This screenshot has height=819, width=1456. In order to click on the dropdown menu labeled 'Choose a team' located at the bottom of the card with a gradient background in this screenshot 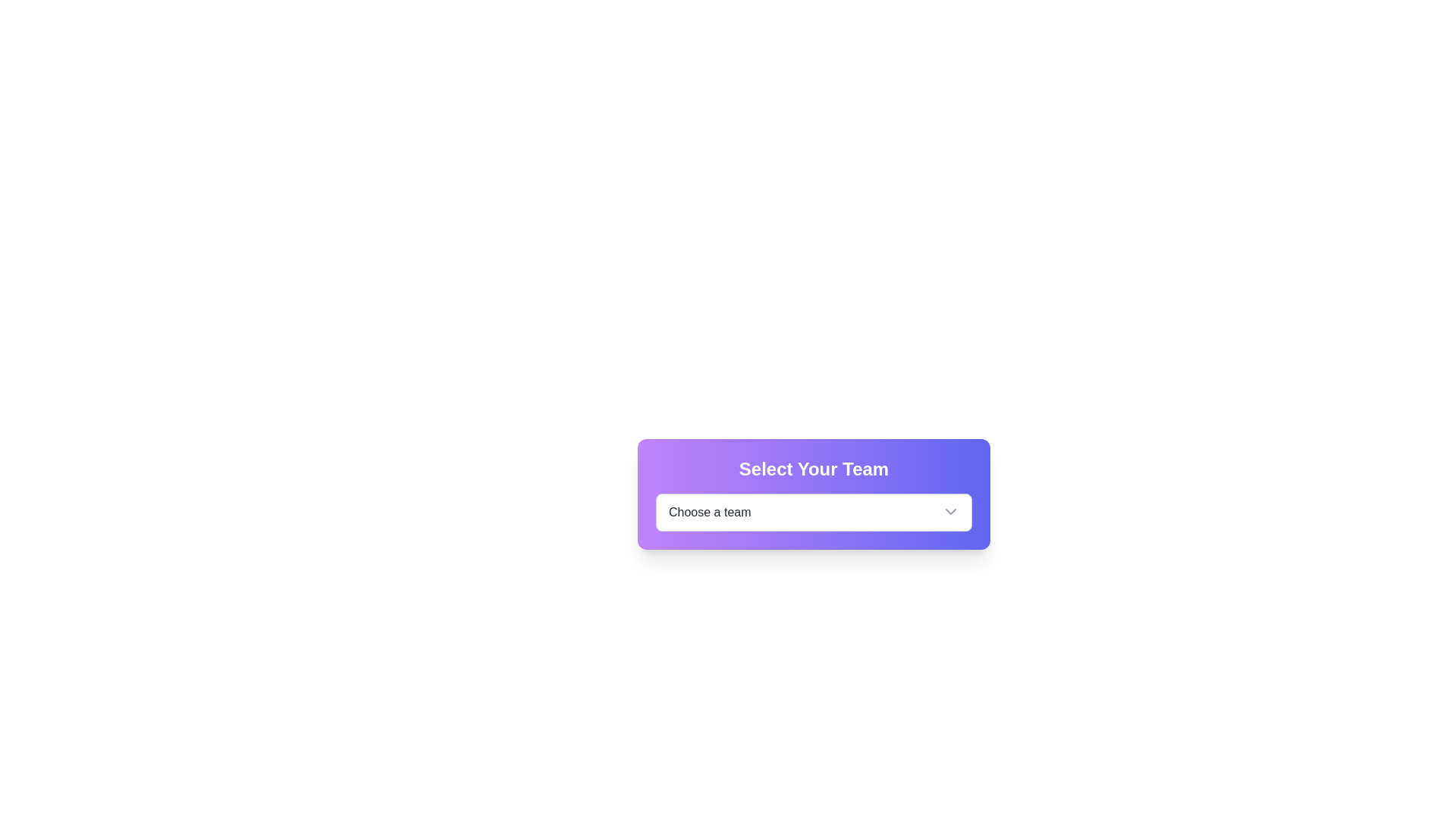, I will do `click(813, 512)`.